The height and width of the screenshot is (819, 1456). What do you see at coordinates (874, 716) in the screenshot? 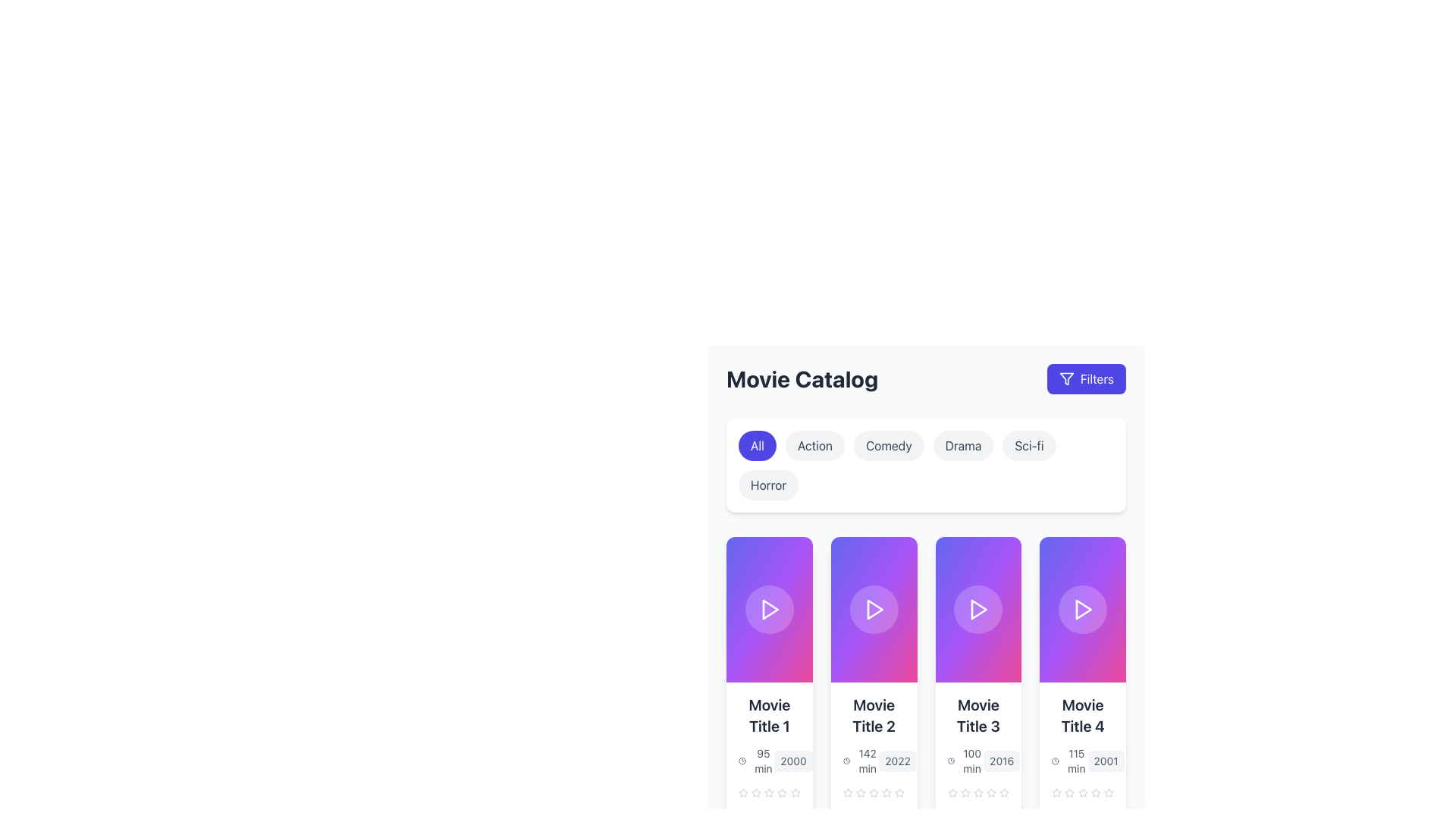
I see `text content of the Text Label displaying 'Movie Title 2', which is located in the second card layout below the movie's thumbnail image` at bounding box center [874, 716].